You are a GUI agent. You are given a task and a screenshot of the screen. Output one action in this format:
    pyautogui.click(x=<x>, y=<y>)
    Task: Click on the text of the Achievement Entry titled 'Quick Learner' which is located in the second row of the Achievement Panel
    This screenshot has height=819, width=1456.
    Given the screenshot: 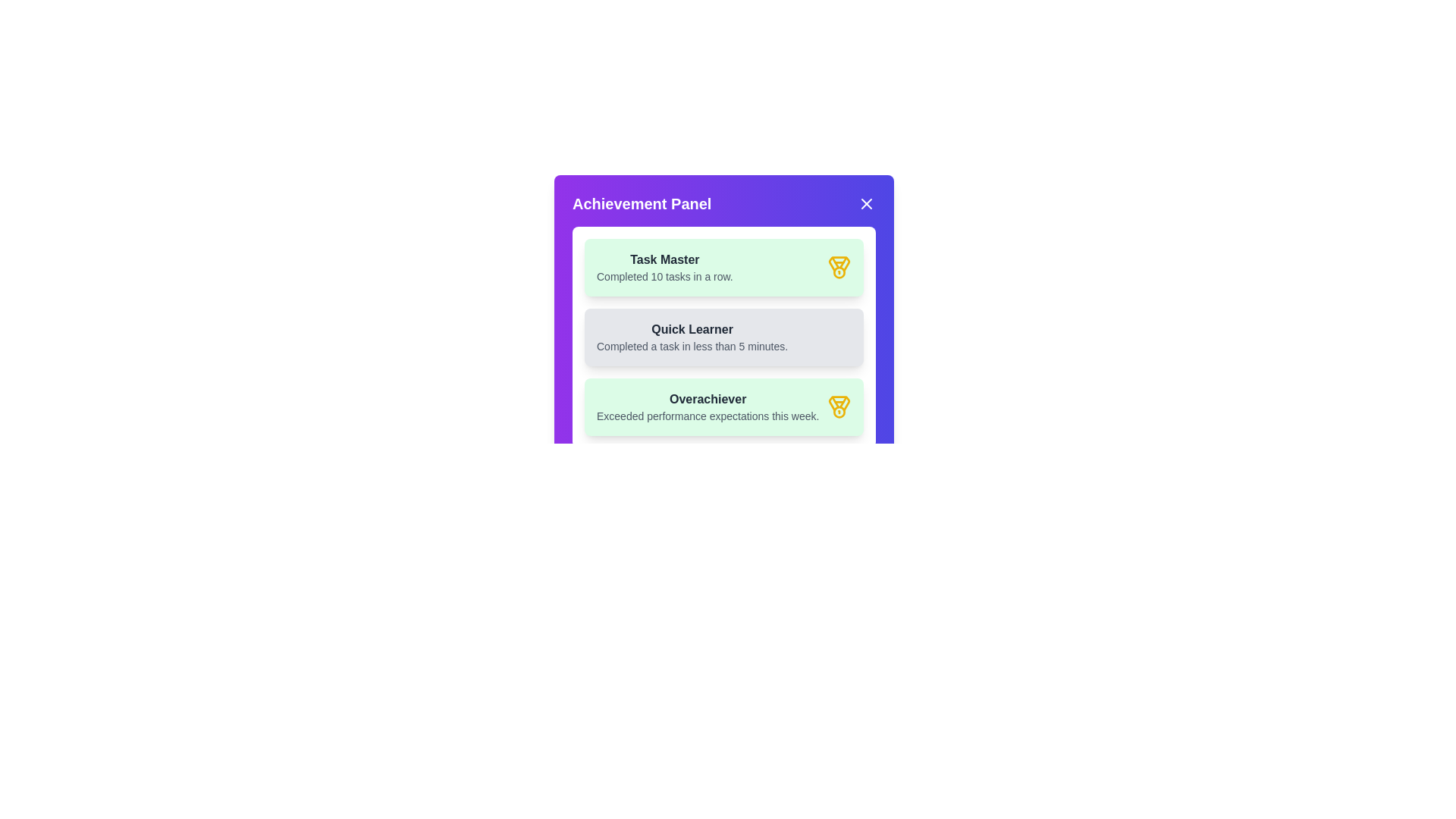 What is the action you would take?
    pyautogui.click(x=692, y=336)
    